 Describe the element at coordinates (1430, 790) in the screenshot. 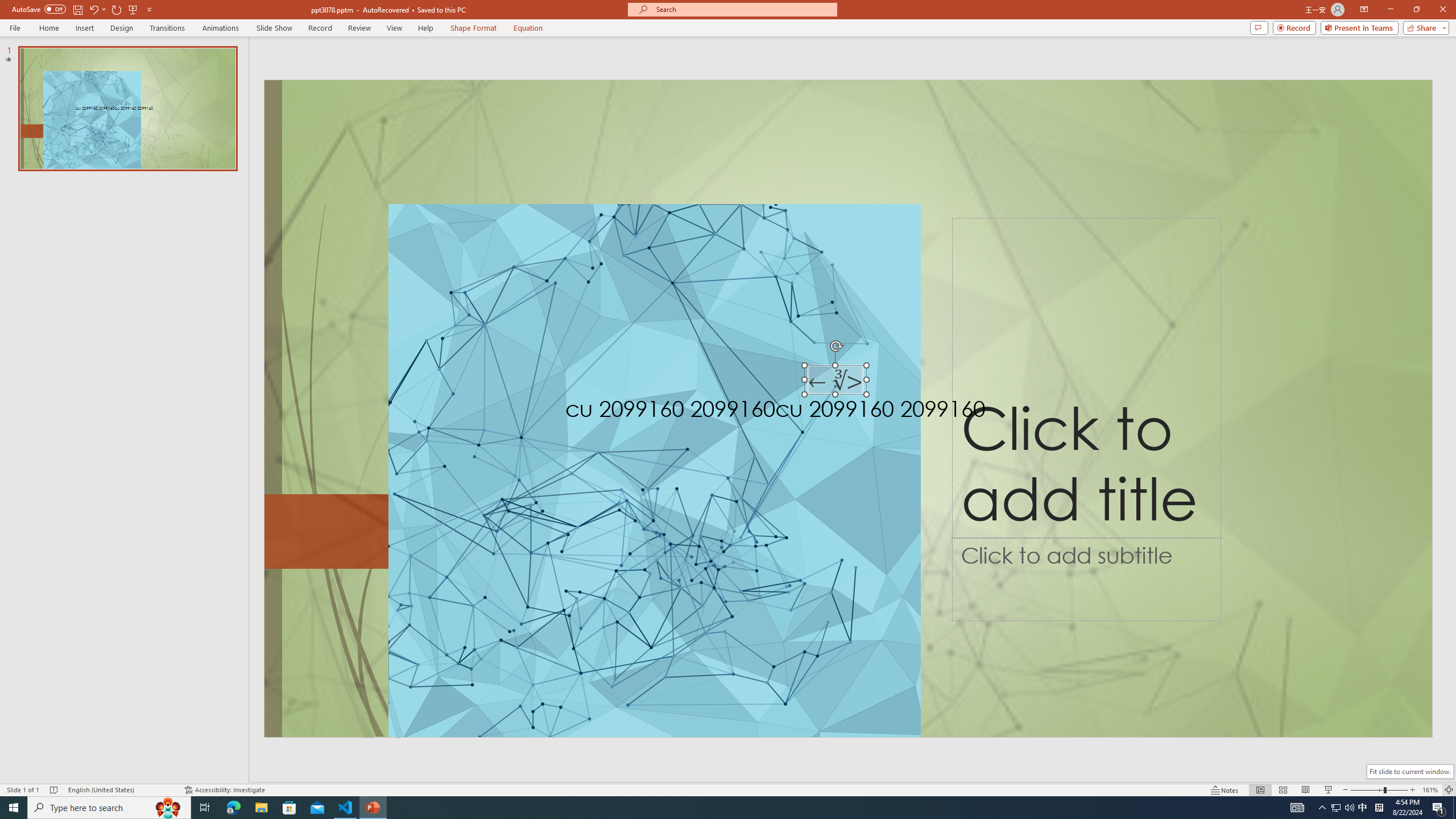

I see `'Zoom 161%'` at that location.